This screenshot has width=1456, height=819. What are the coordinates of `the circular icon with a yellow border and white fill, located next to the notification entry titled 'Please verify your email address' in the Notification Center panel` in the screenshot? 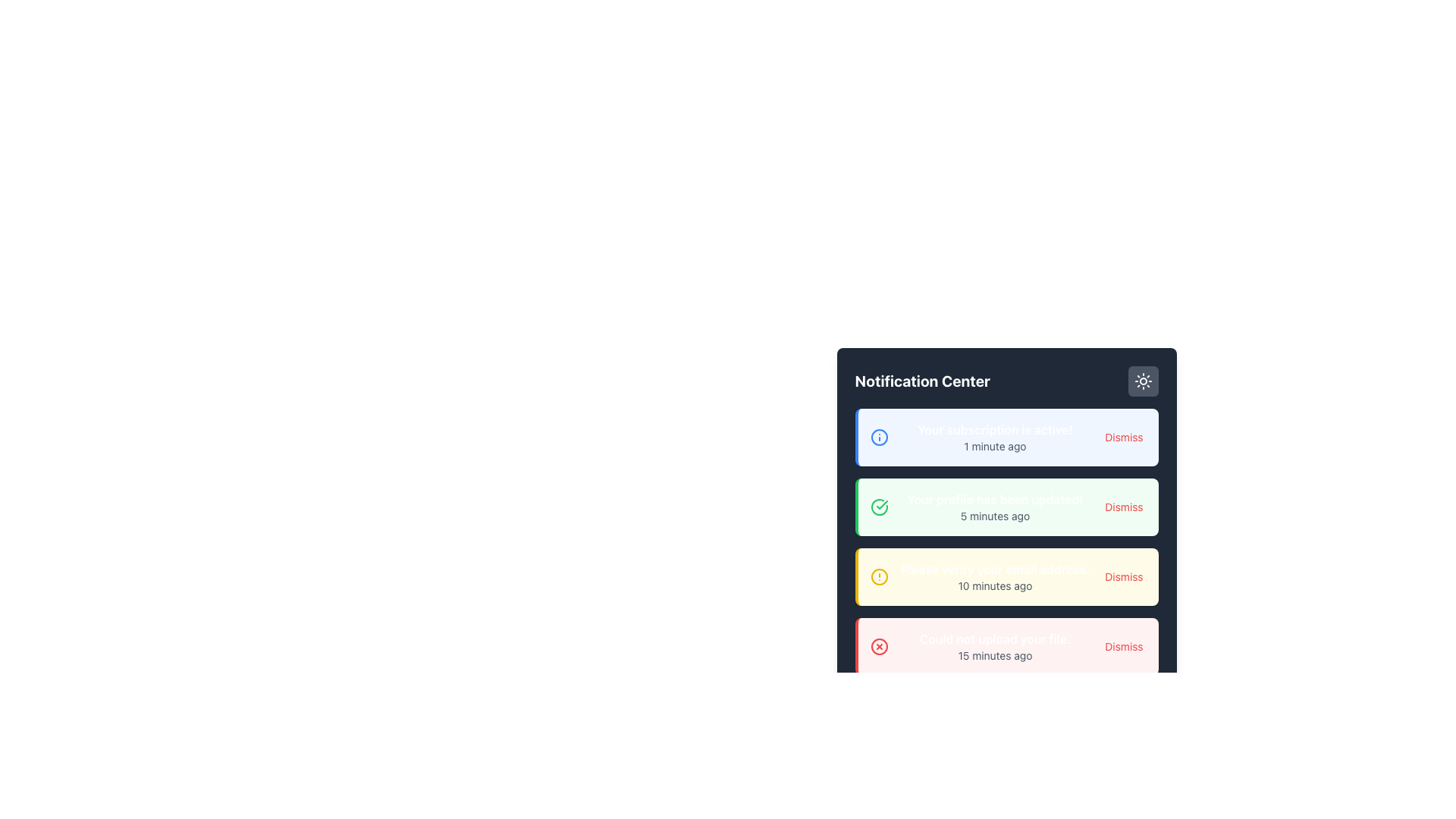 It's located at (879, 576).